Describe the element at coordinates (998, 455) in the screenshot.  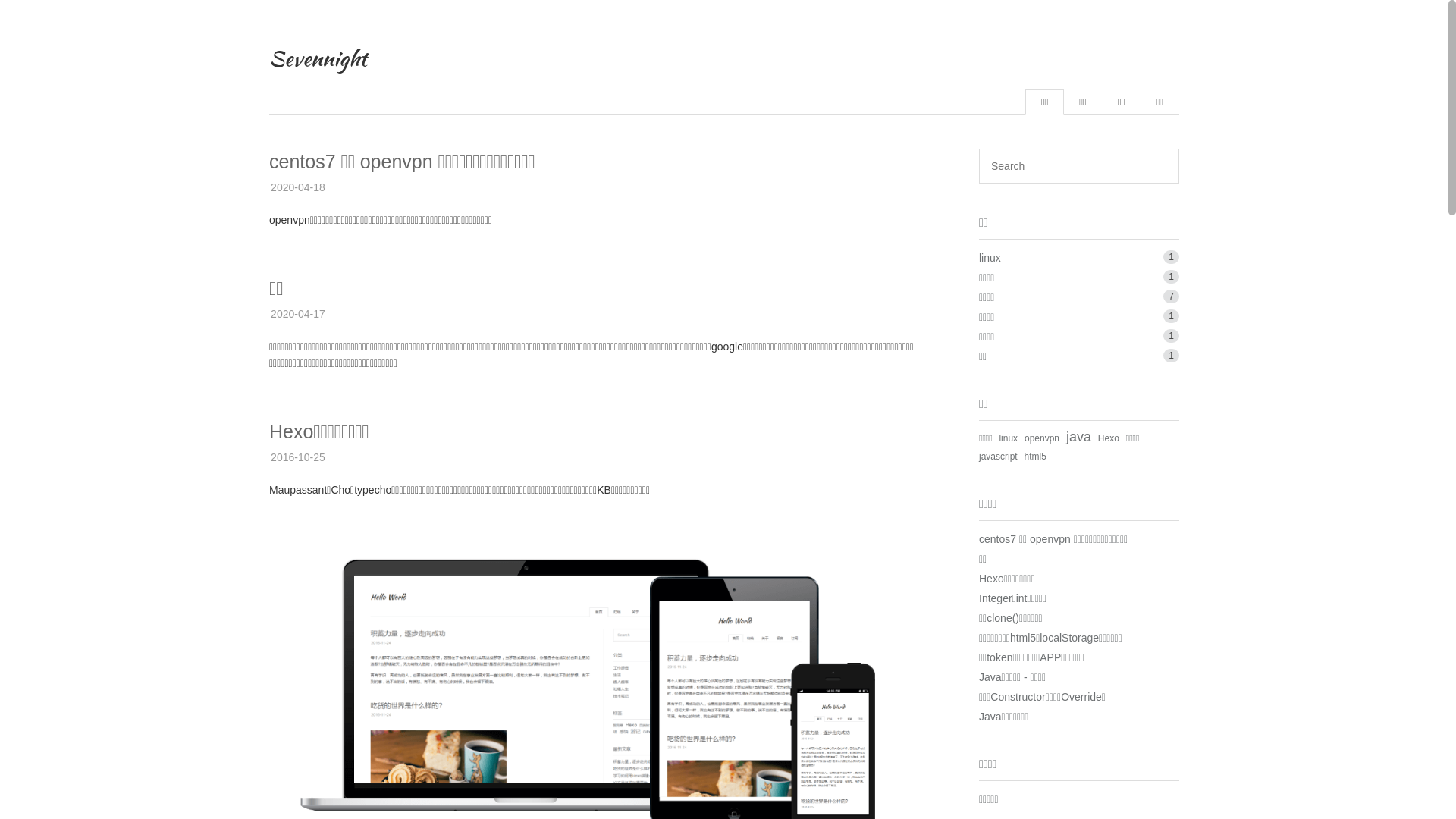
I see `'javascript'` at that location.